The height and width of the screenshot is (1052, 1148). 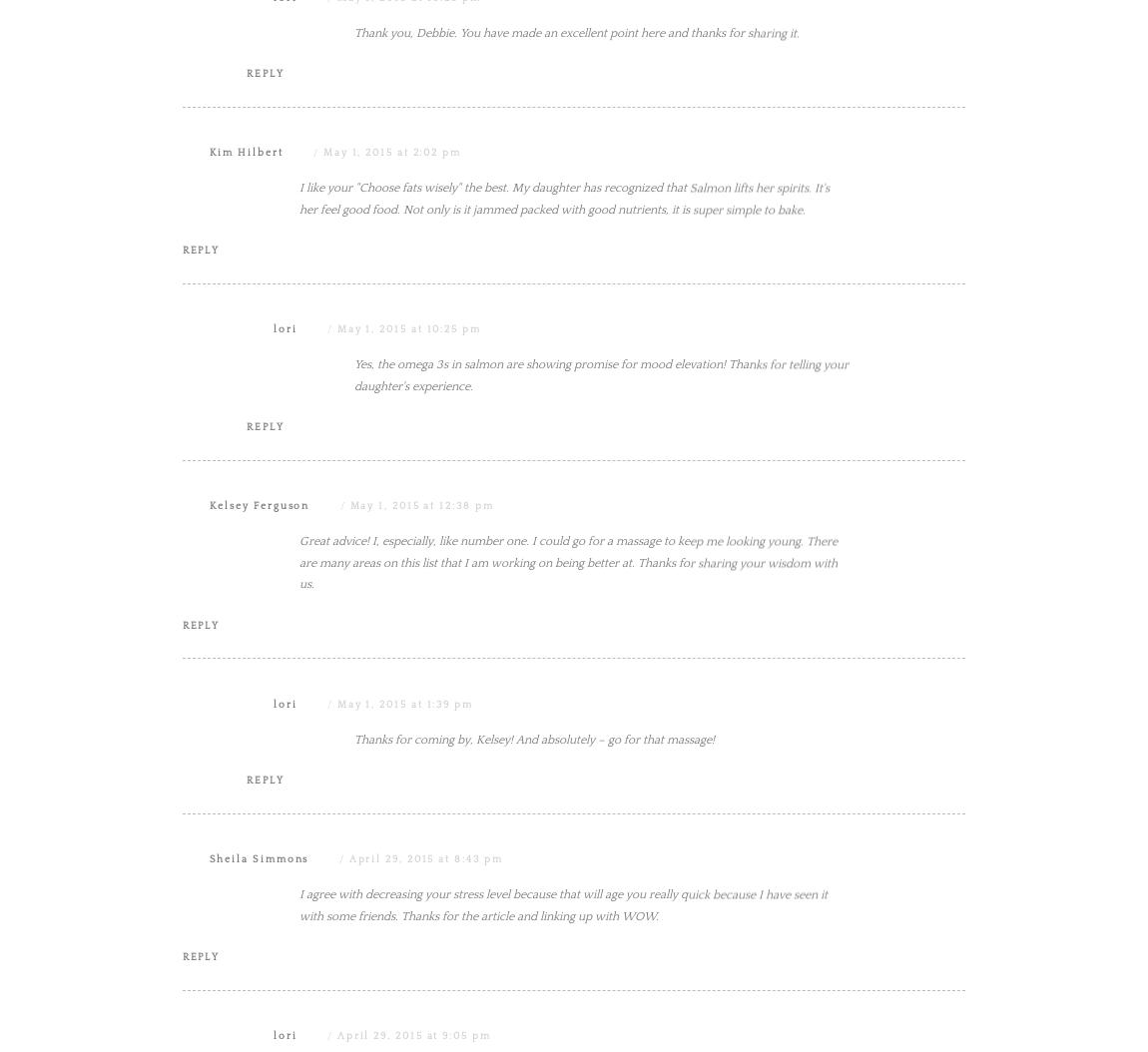 What do you see at coordinates (566, 77) in the screenshot?
I see `'Beautiful tips. Life can be so simple and yet we make things so complicated. Lovely inspirational post.'` at bounding box center [566, 77].